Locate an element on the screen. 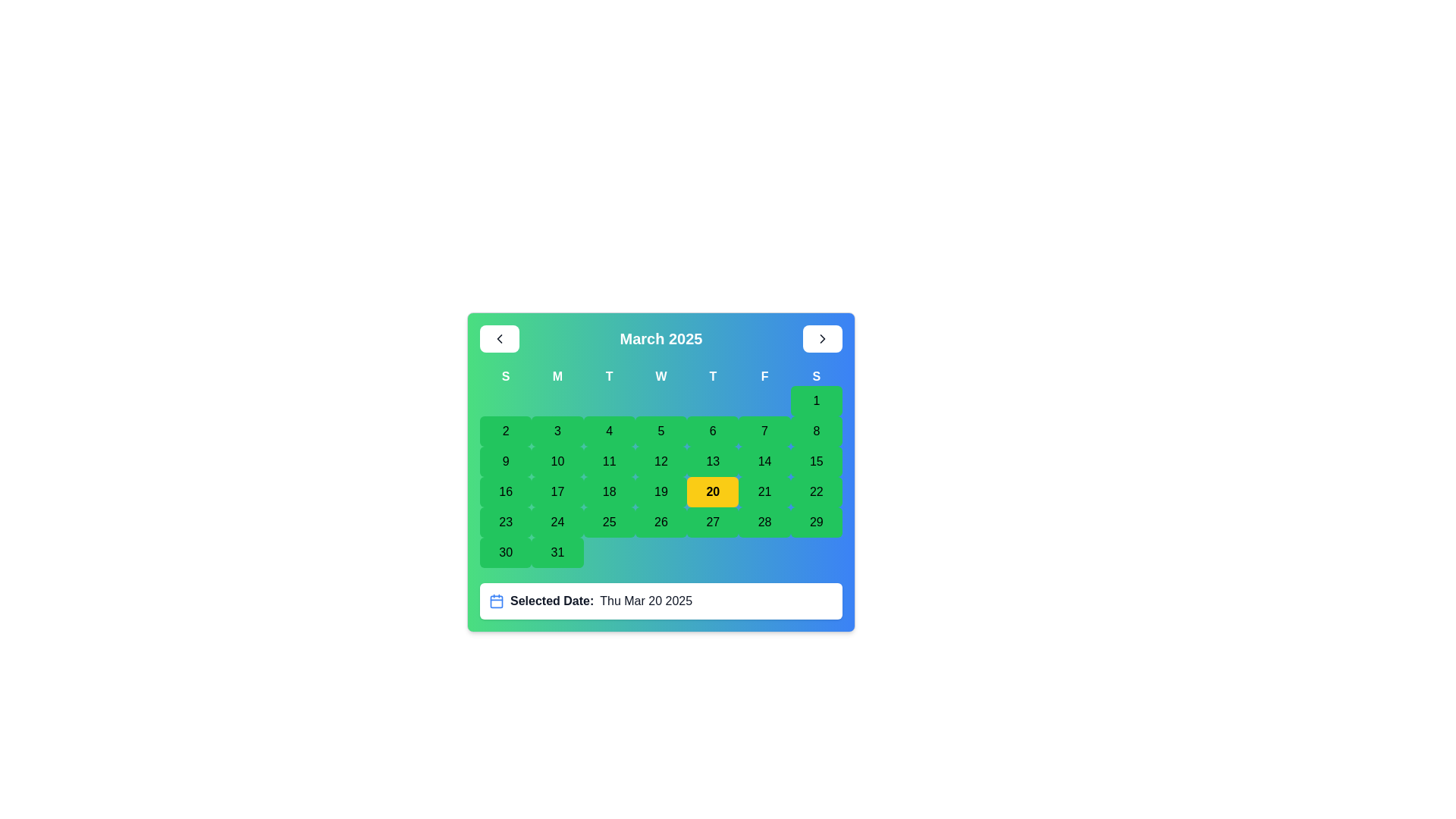  the green button with the number '23' centered in bold black font is located at coordinates (506, 522).